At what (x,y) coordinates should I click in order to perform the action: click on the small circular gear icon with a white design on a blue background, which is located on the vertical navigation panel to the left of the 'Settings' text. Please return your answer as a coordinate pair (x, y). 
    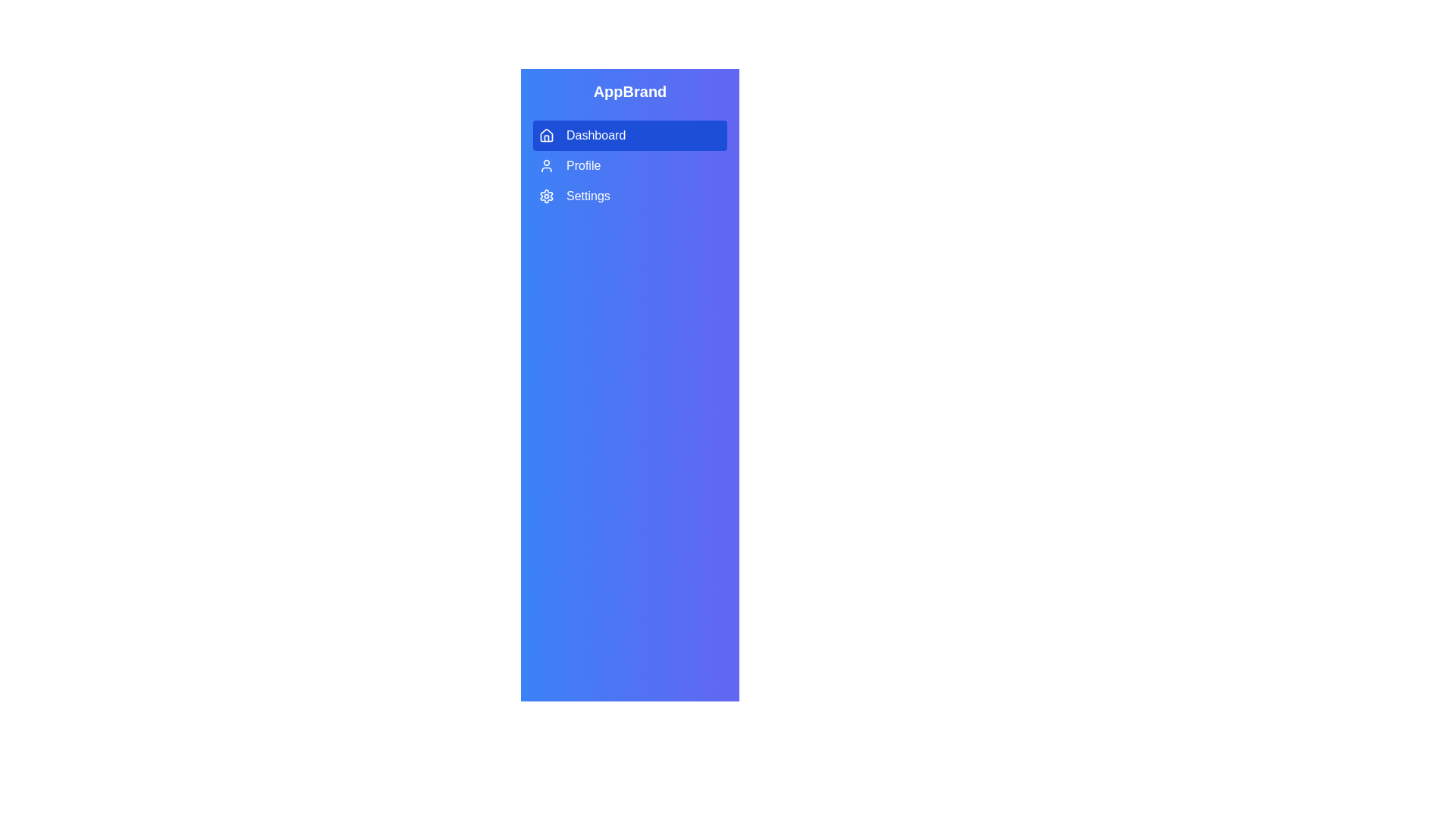
    Looking at the image, I should click on (546, 195).